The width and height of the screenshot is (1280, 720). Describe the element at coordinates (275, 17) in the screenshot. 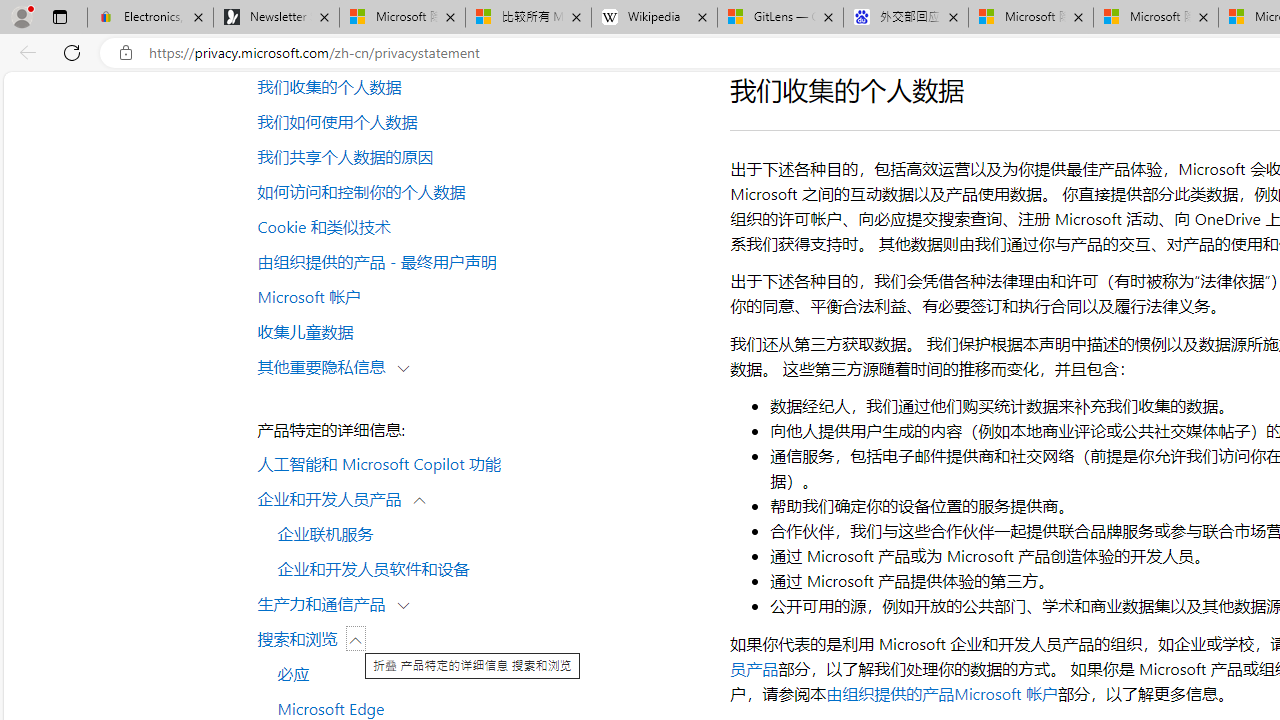

I see `'Newsletter Sign Up'` at that location.